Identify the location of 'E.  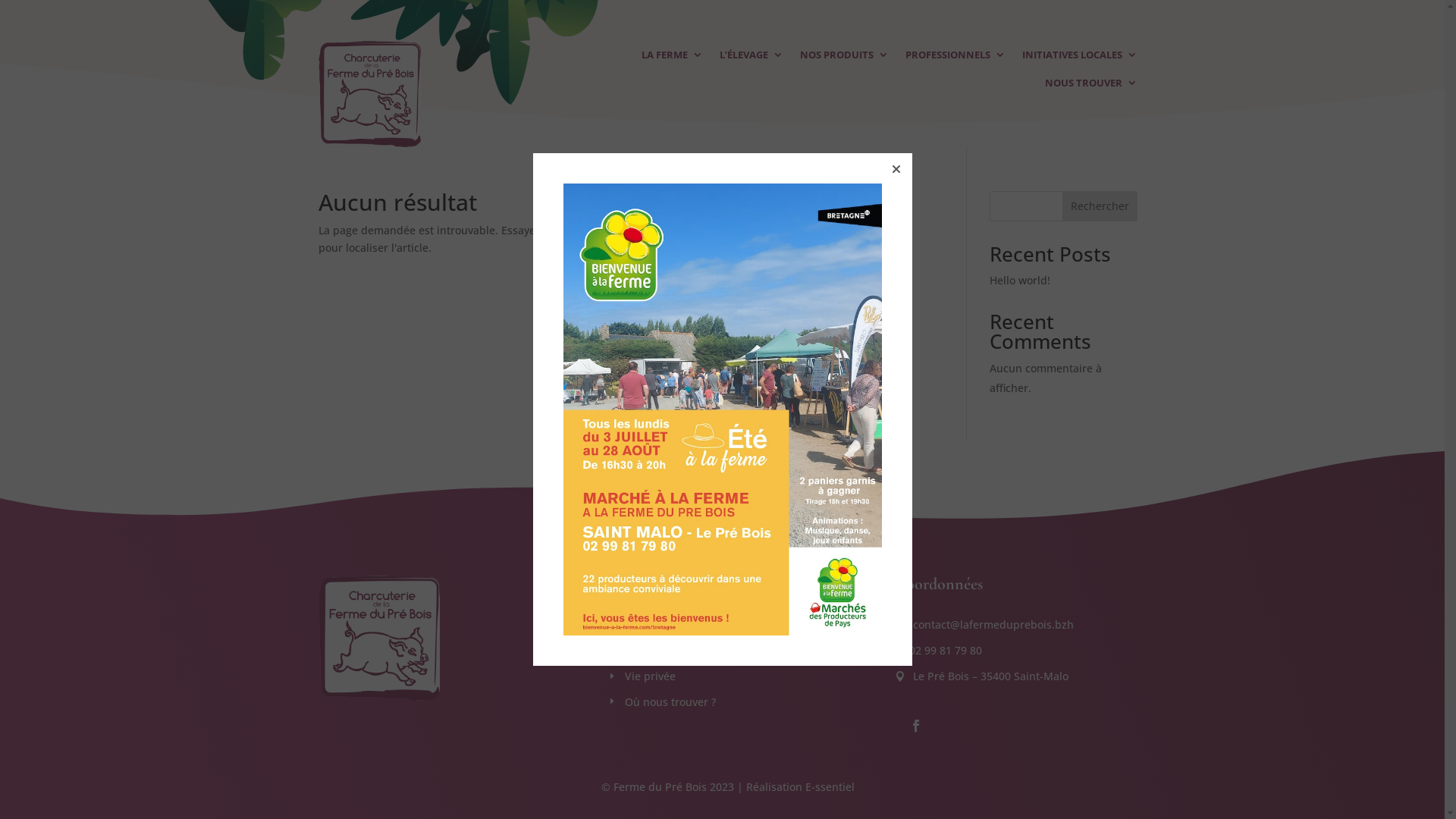
(607, 649).